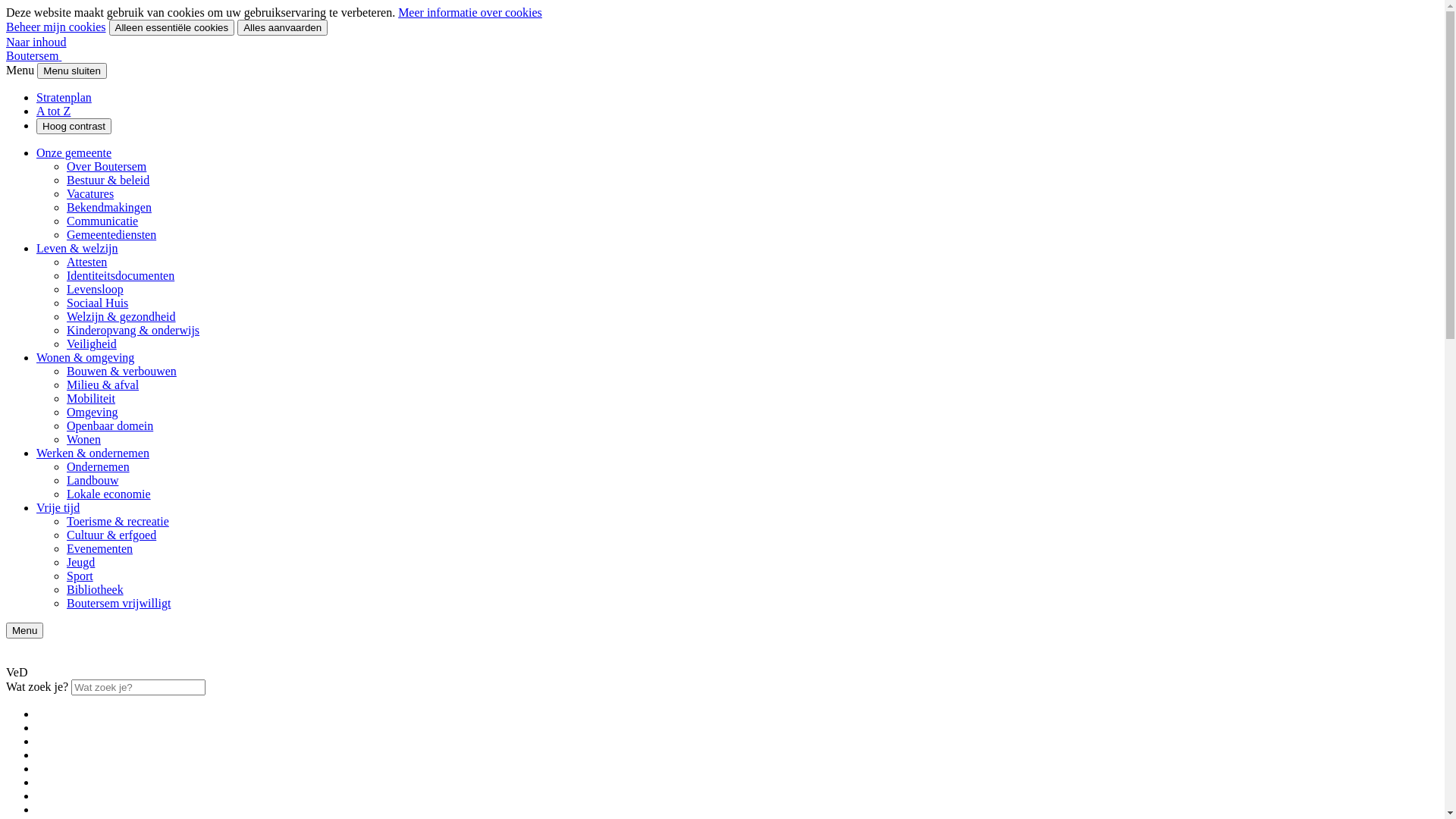 Image resolution: width=1456 pixels, height=819 pixels. I want to click on 'Werken & ondernemen', so click(92, 452).